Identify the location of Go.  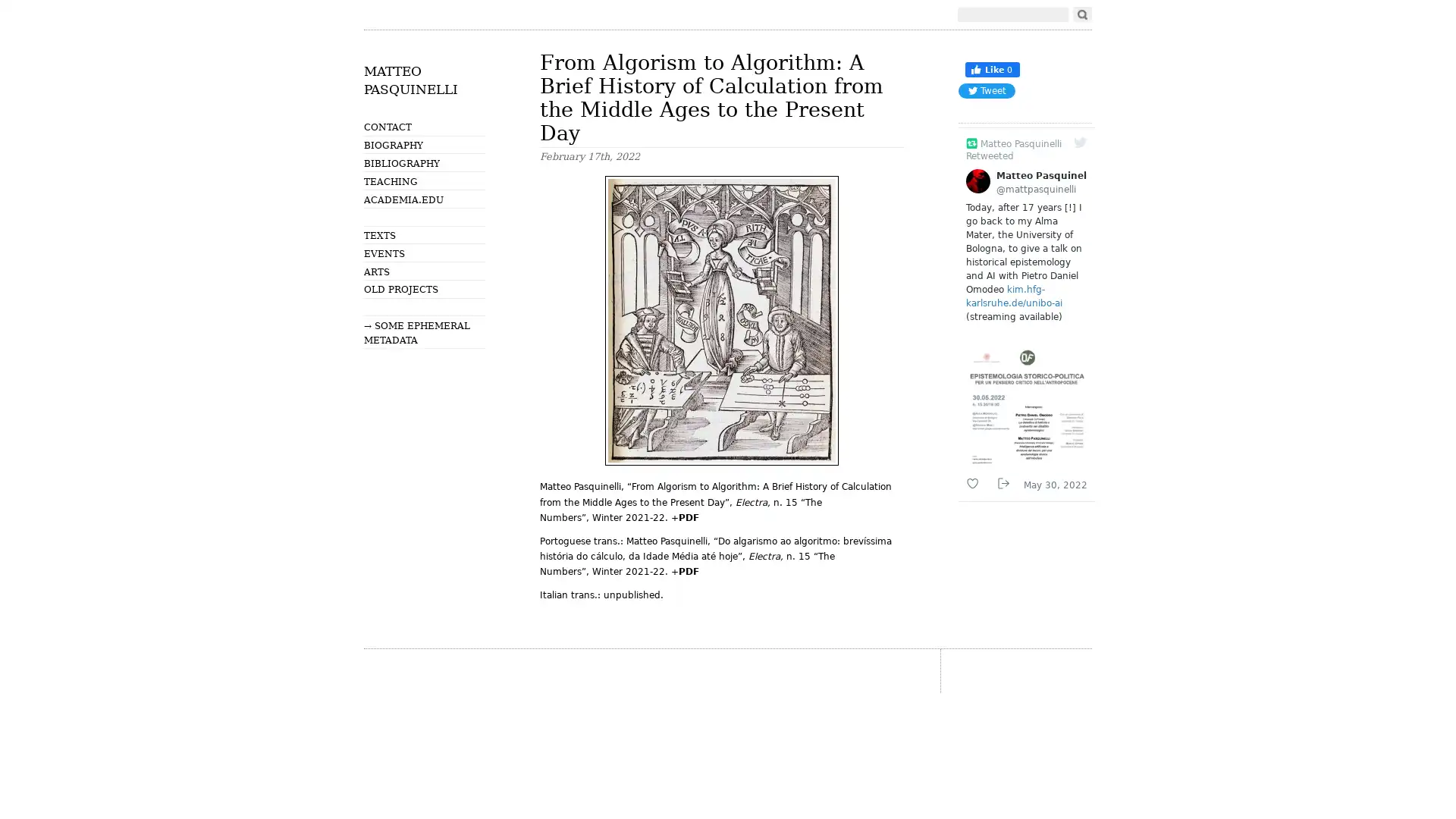
(1081, 14).